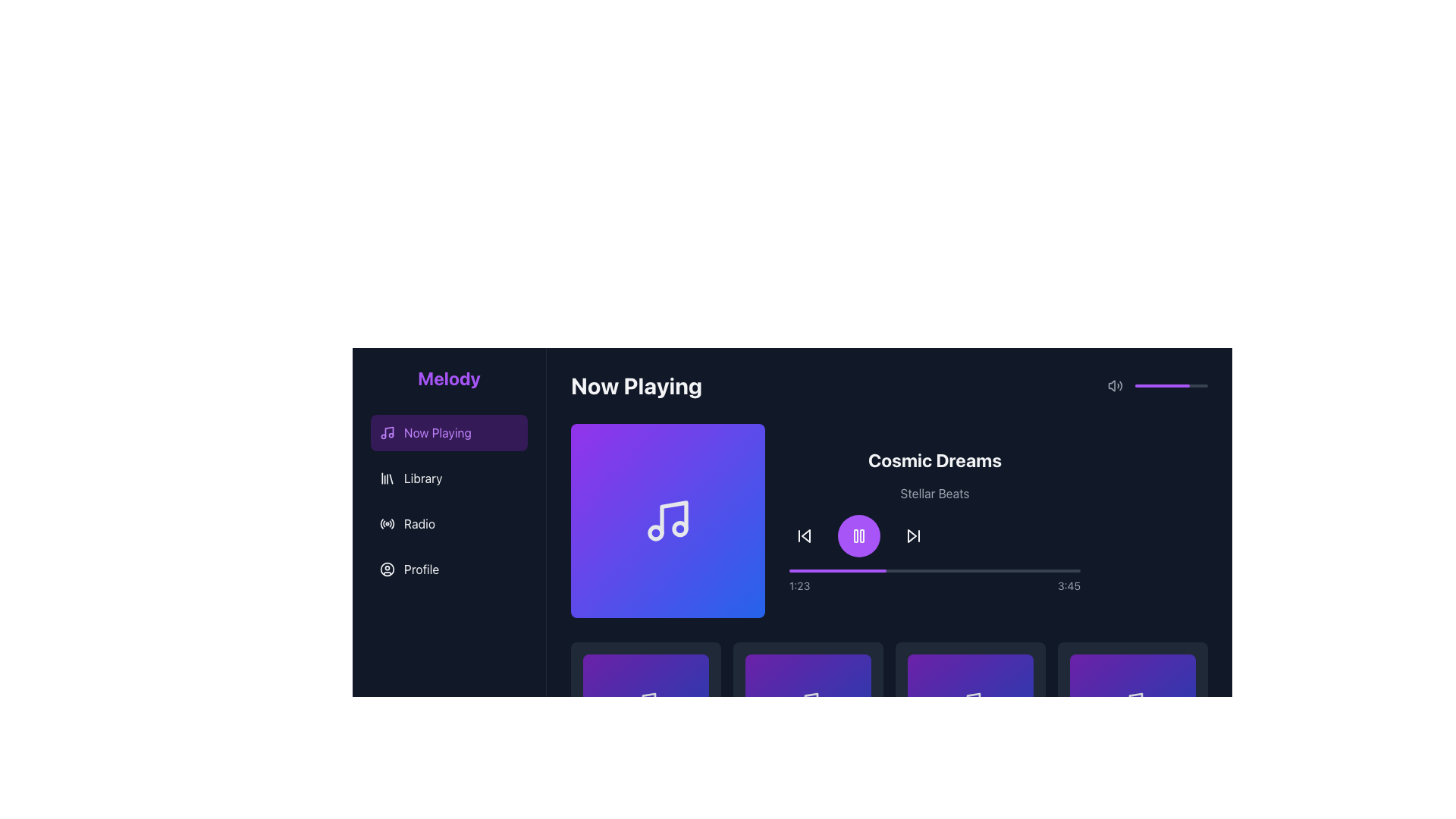  Describe the element at coordinates (803, 535) in the screenshot. I see `the 'skip back' button located in the center-right region of the interface, which is the first button in a horizontal row of media control elements` at that location.